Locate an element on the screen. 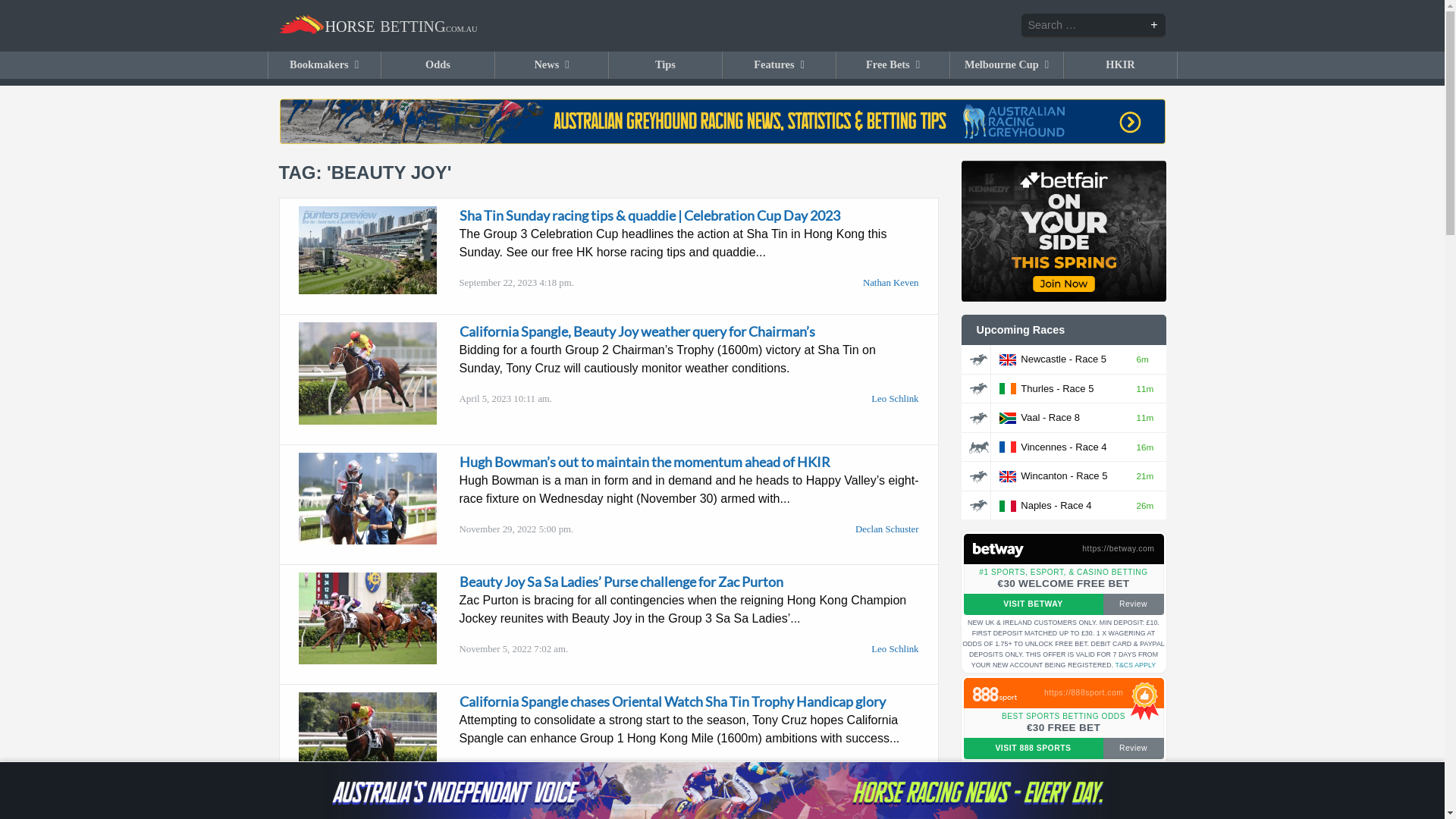 This screenshot has height=819, width=1456. 'Tips' is located at coordinates (666, 64).